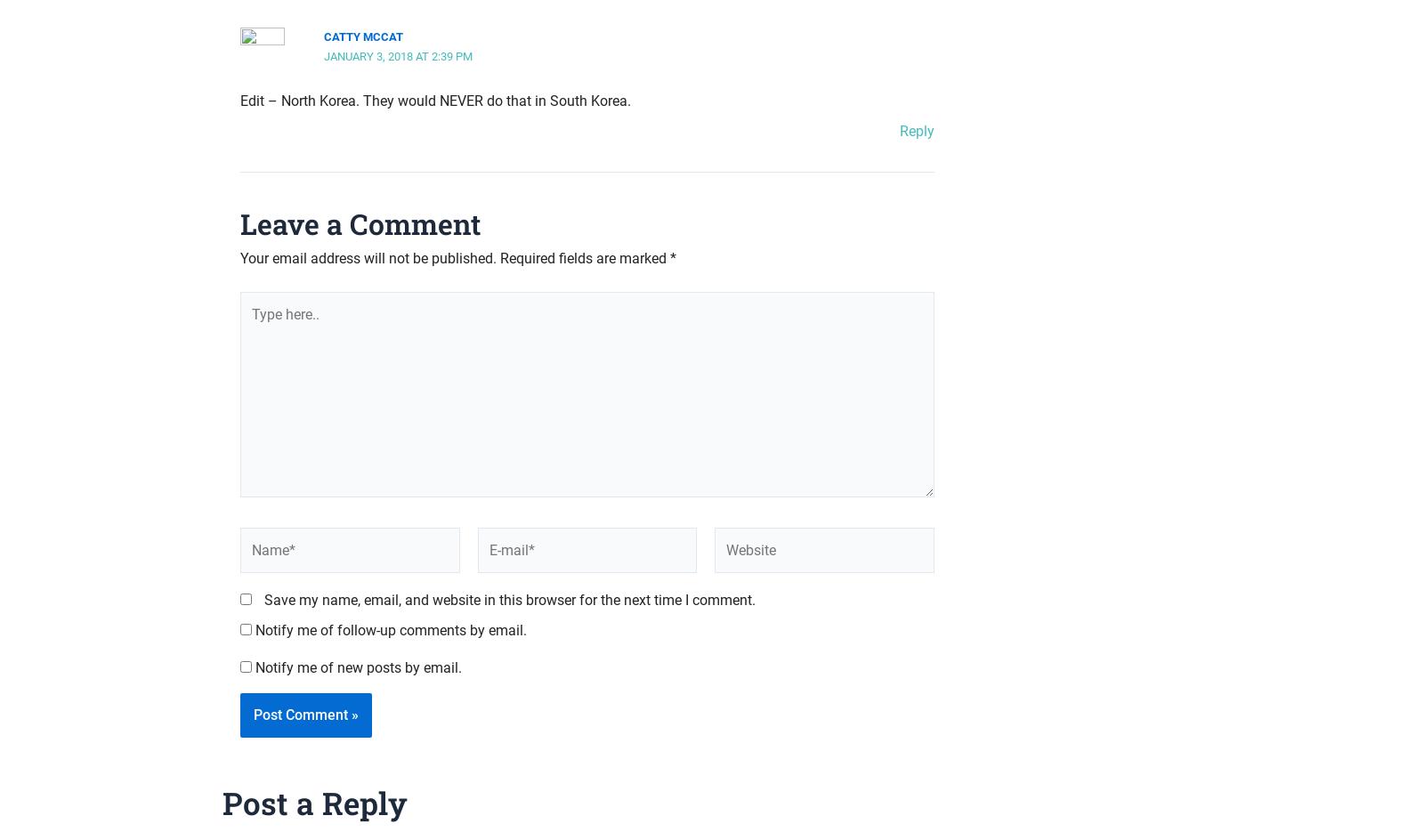  Describe the element at coordinates (359, 222) in the screenshot. I see `'Leave a Comment'` at that location.